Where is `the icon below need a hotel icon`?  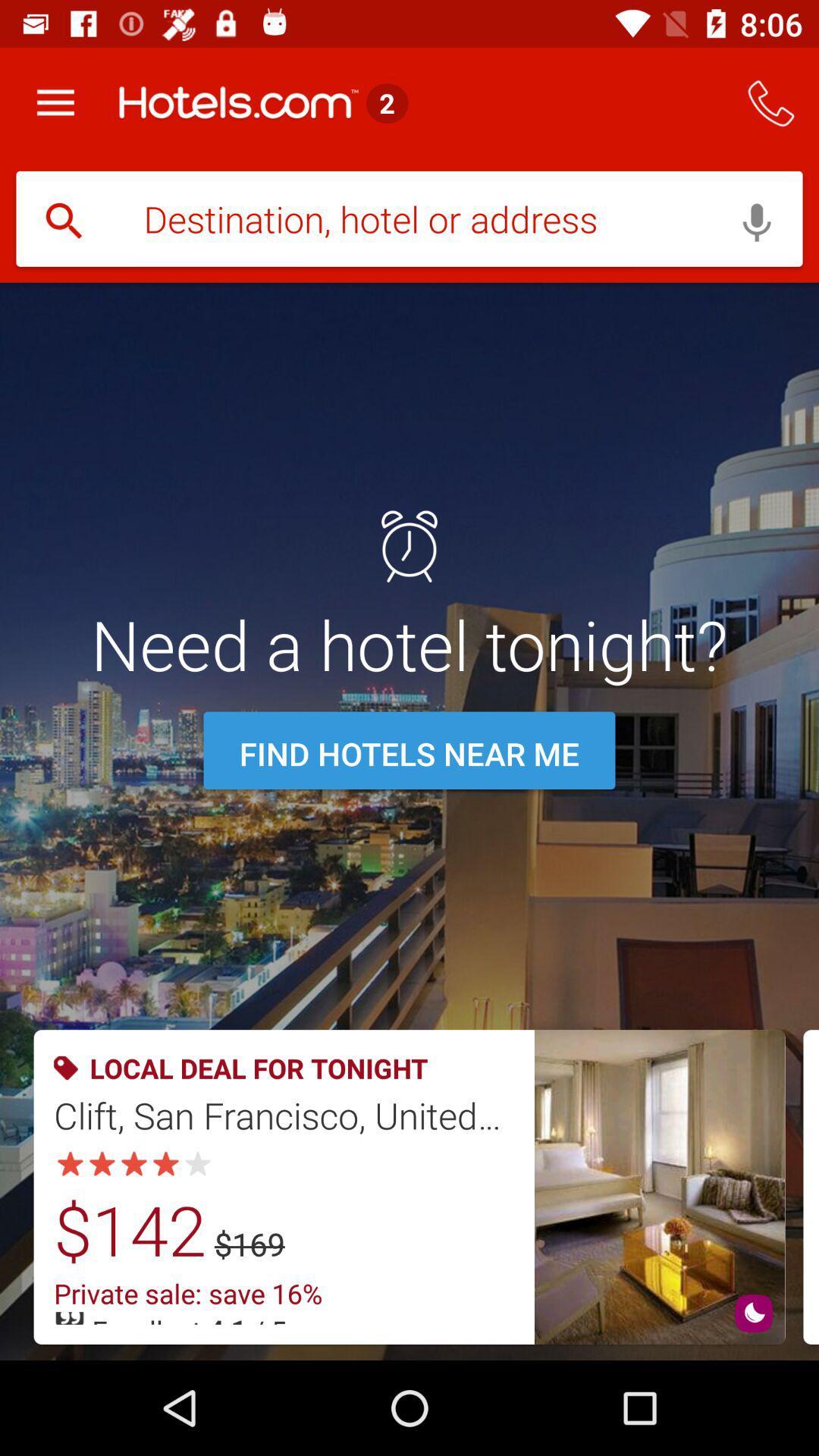 the icon below need a hotel icon is located at coordinates (409, 753).